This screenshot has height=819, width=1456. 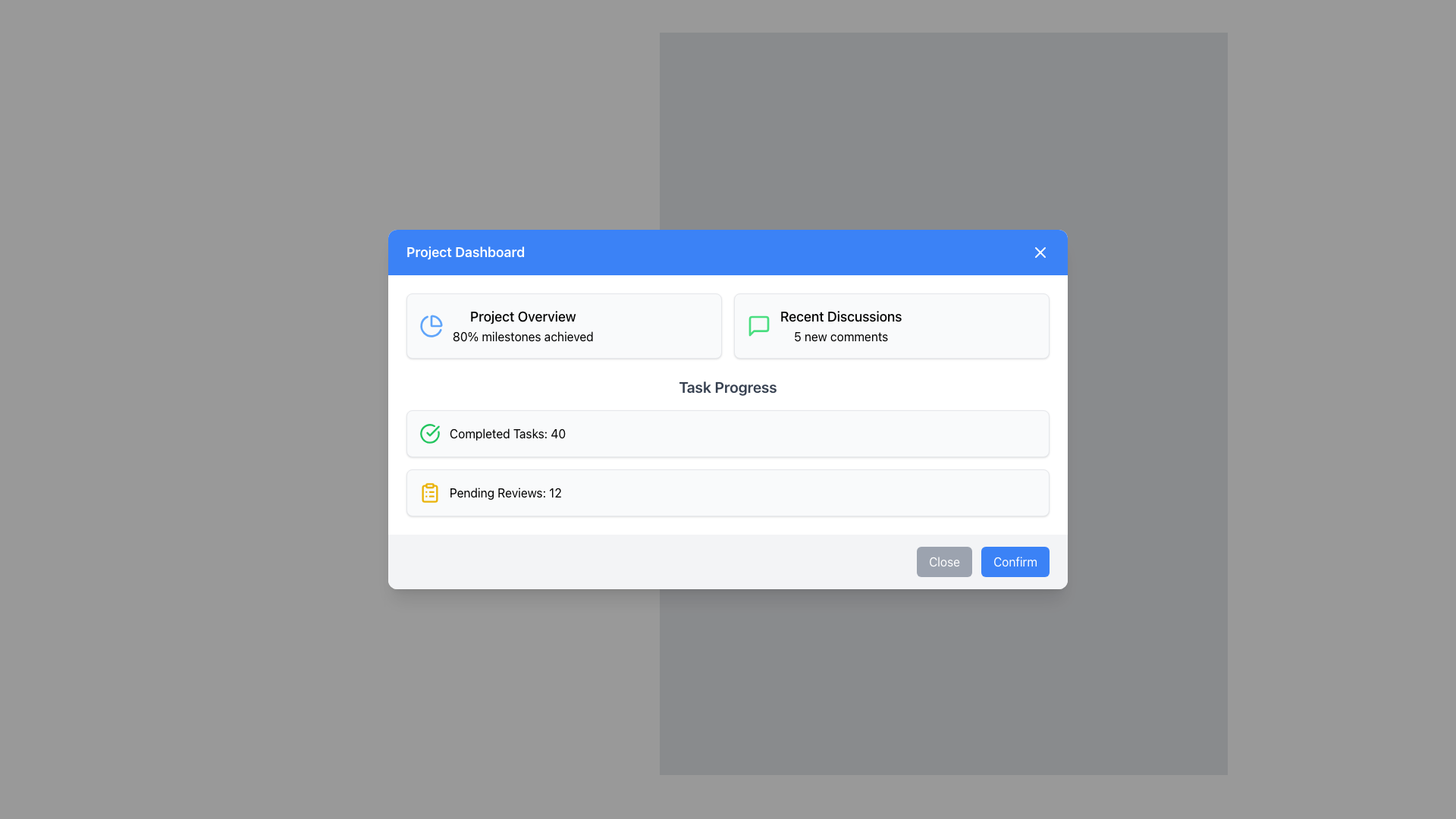 What do you see at coordinates (728, 386) in the screenshot?
I see `the title text indicating task progress, located below the 'Project Dashboard' header` at bounding box center [728, 386].